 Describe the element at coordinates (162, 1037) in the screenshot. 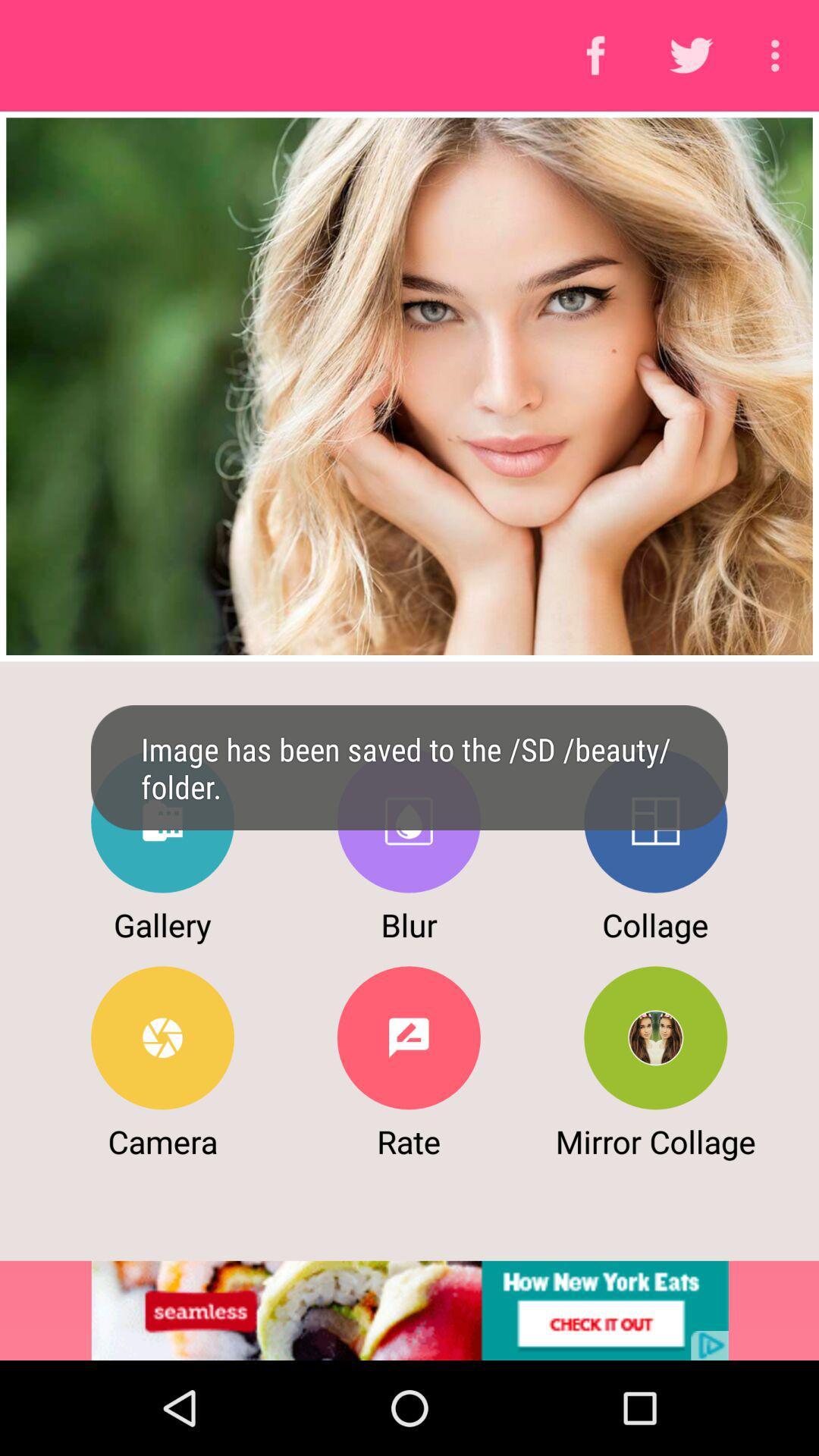

I see `camera option` at that location.